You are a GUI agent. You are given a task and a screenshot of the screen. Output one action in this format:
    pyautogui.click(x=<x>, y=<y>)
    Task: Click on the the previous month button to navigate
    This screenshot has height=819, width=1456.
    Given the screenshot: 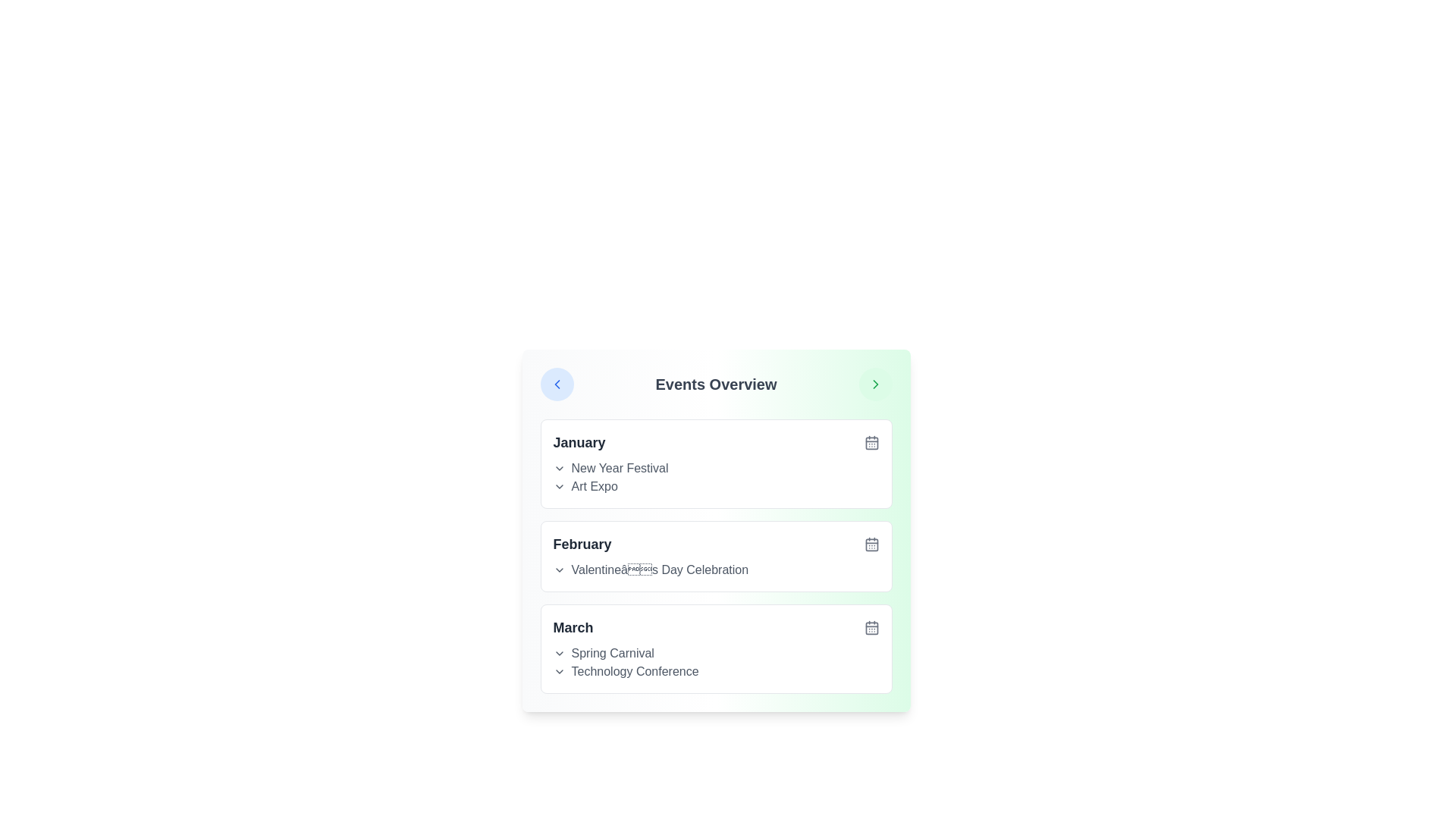 What is the action you would take?
    pyautogui.click(x=556, y=383)
    